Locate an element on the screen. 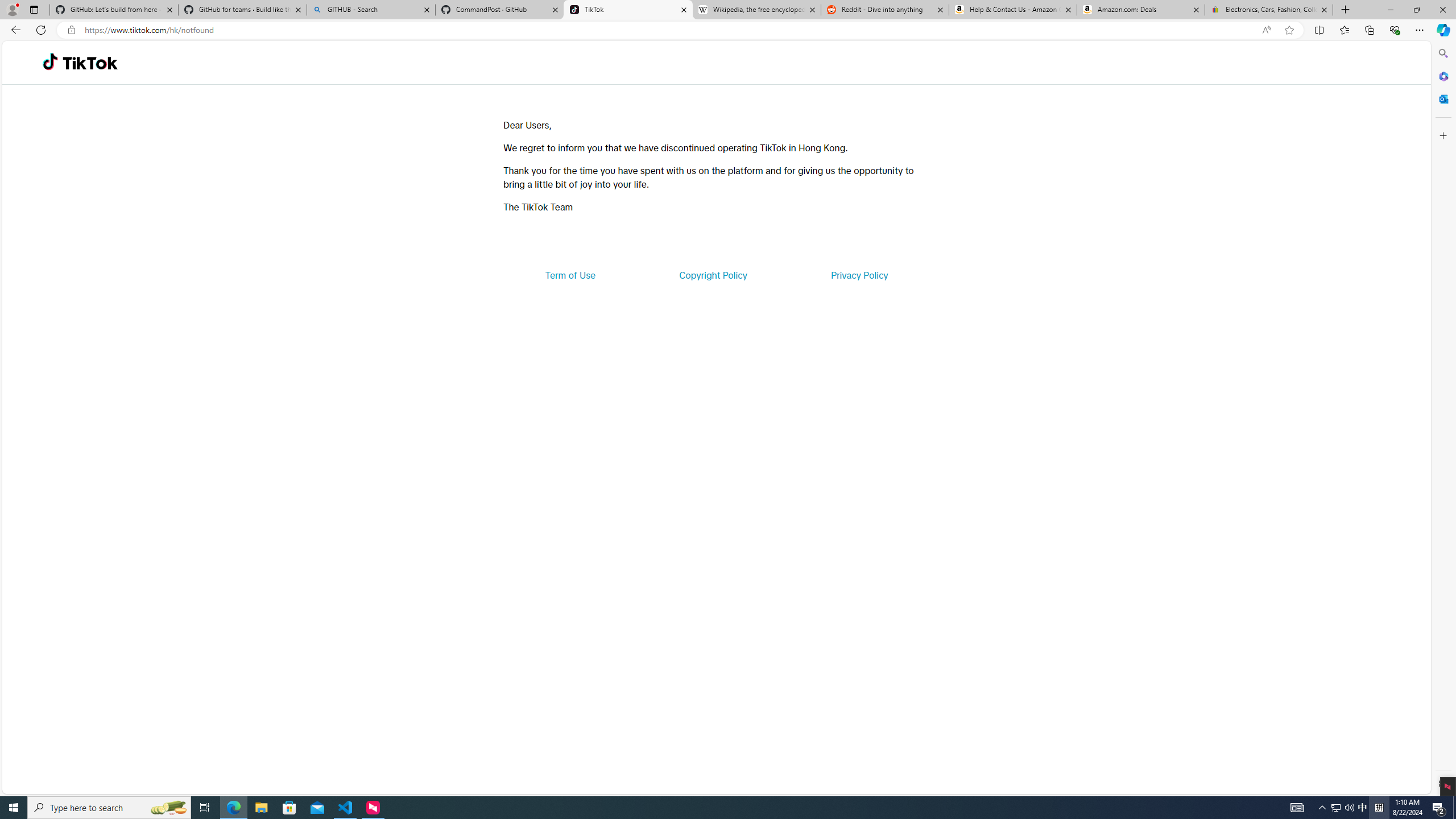  'Privacy Policy' is located at coordinates (858, 274).